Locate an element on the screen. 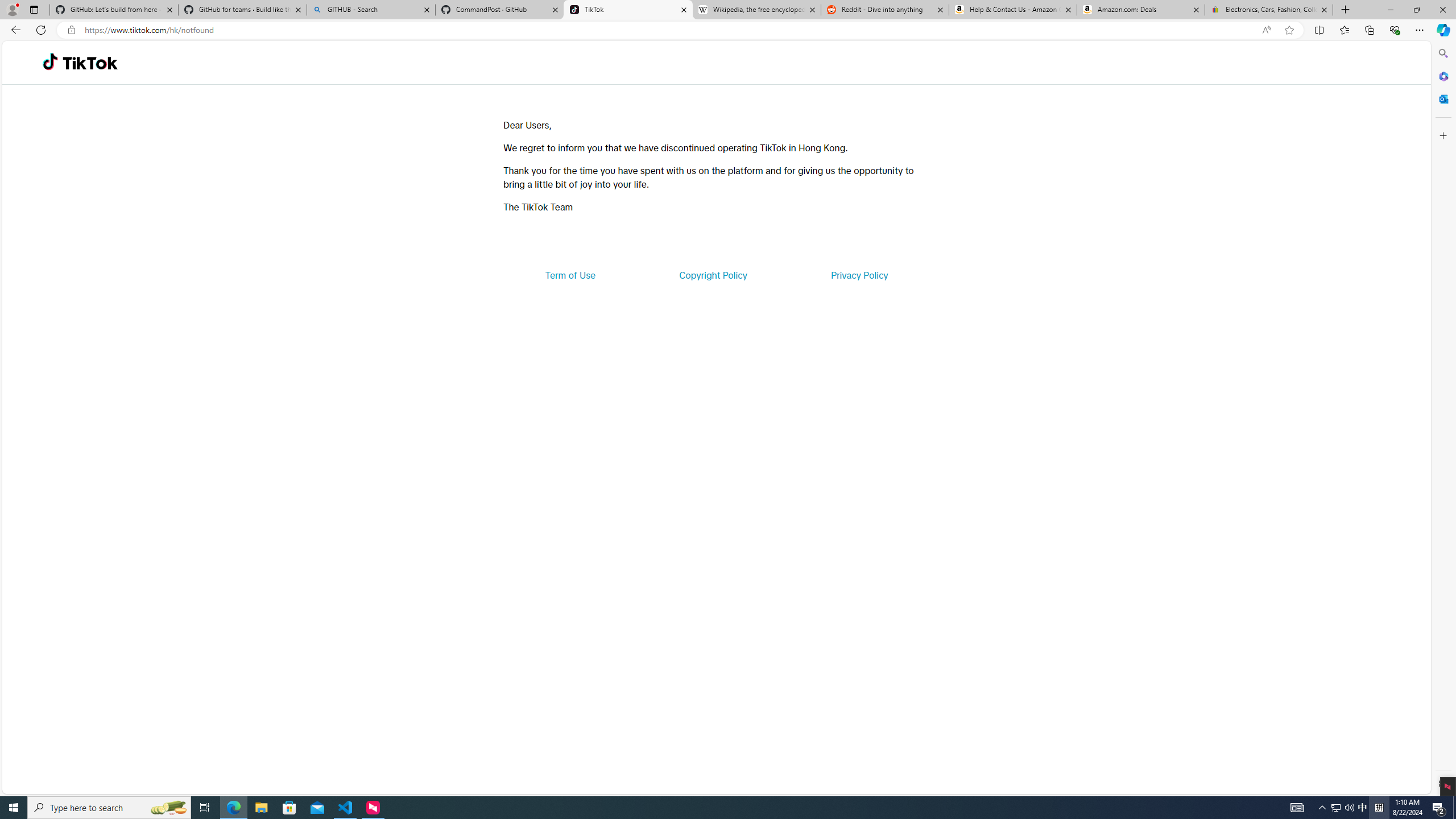  'Privacy Policy' is located at coordinates (858, 274).